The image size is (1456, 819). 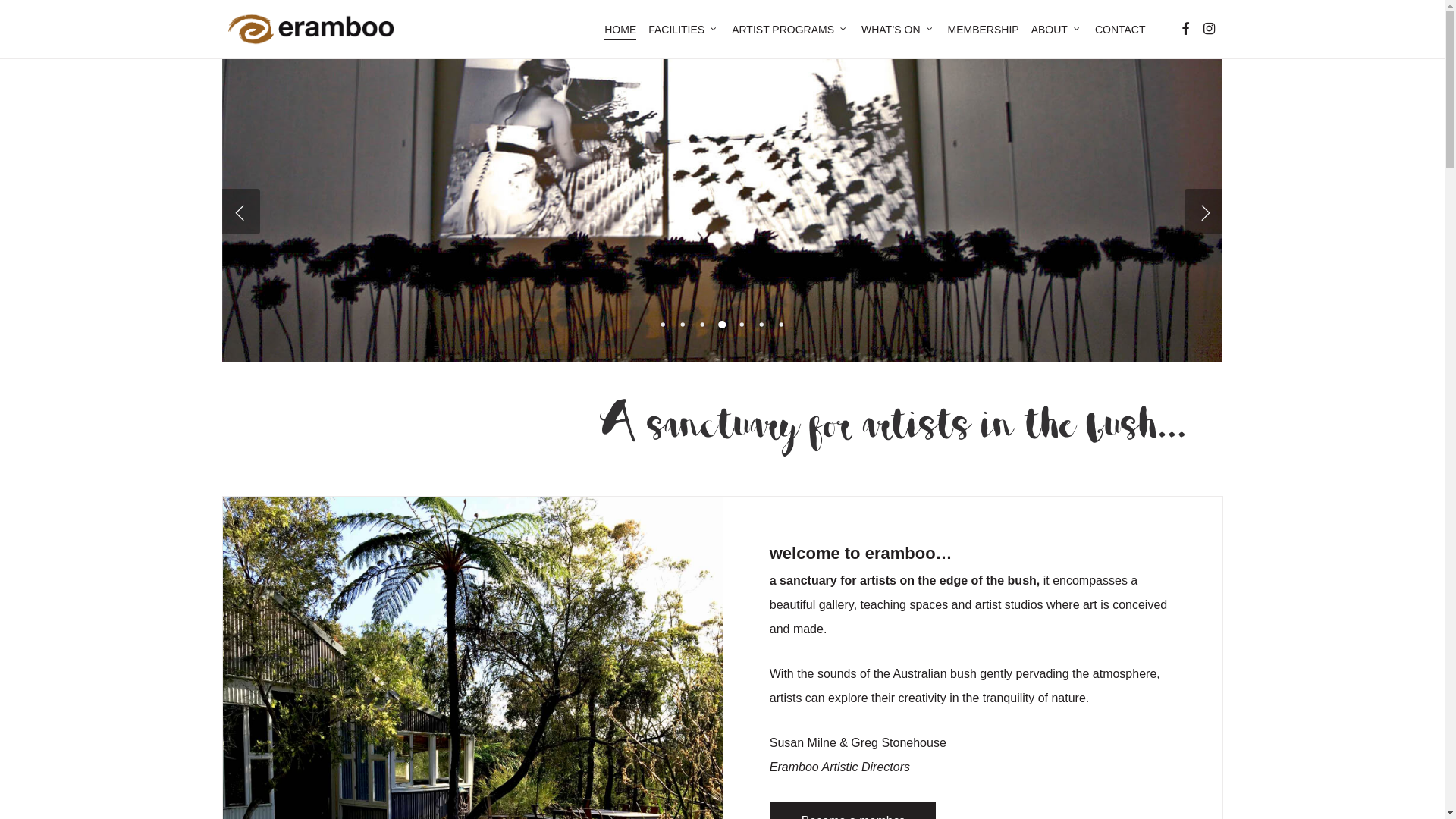 I want to click on 'HOME', so click(x=620, y=29).